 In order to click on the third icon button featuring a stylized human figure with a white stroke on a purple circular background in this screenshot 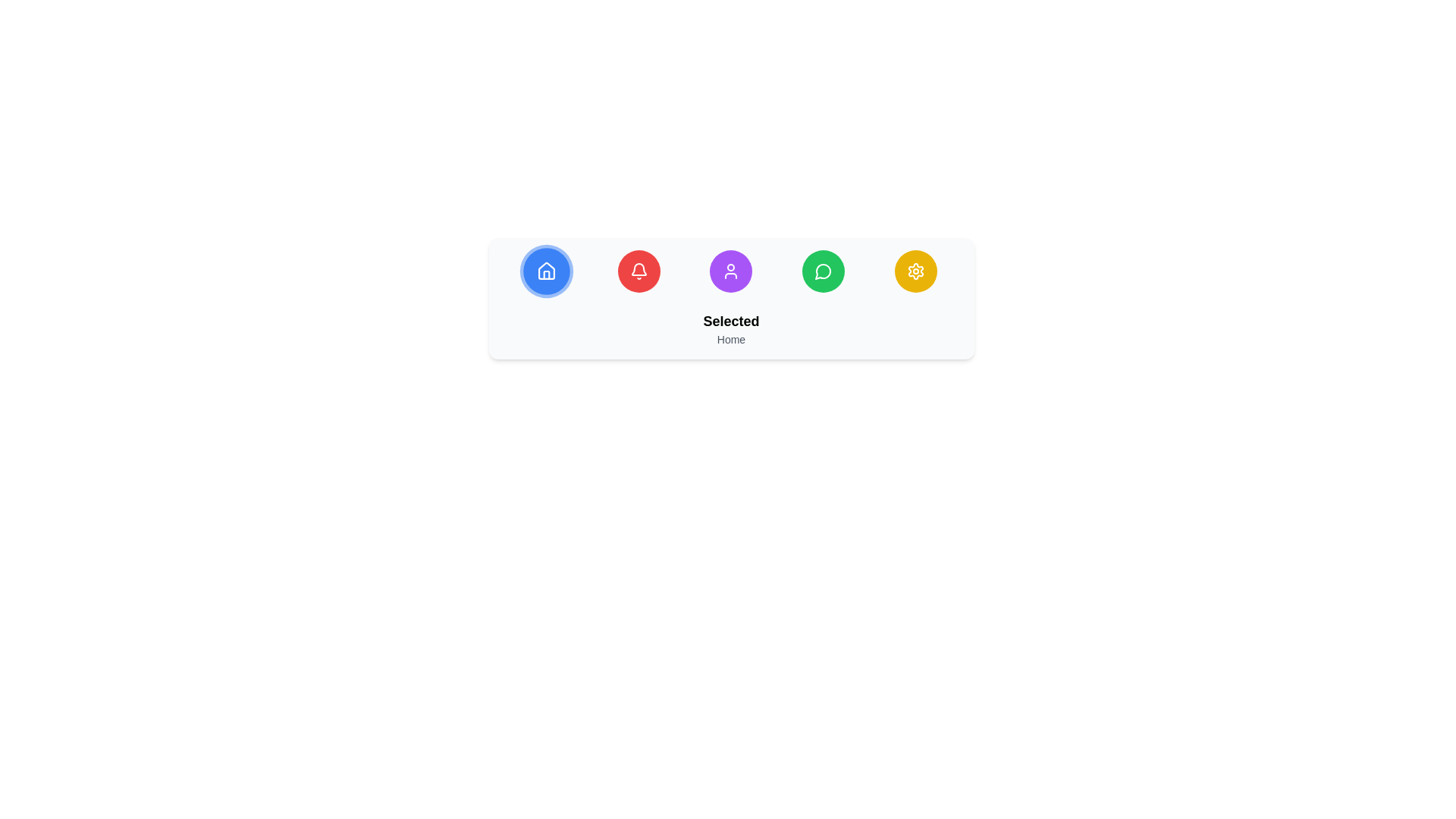, I will do `click(731, 271)`.